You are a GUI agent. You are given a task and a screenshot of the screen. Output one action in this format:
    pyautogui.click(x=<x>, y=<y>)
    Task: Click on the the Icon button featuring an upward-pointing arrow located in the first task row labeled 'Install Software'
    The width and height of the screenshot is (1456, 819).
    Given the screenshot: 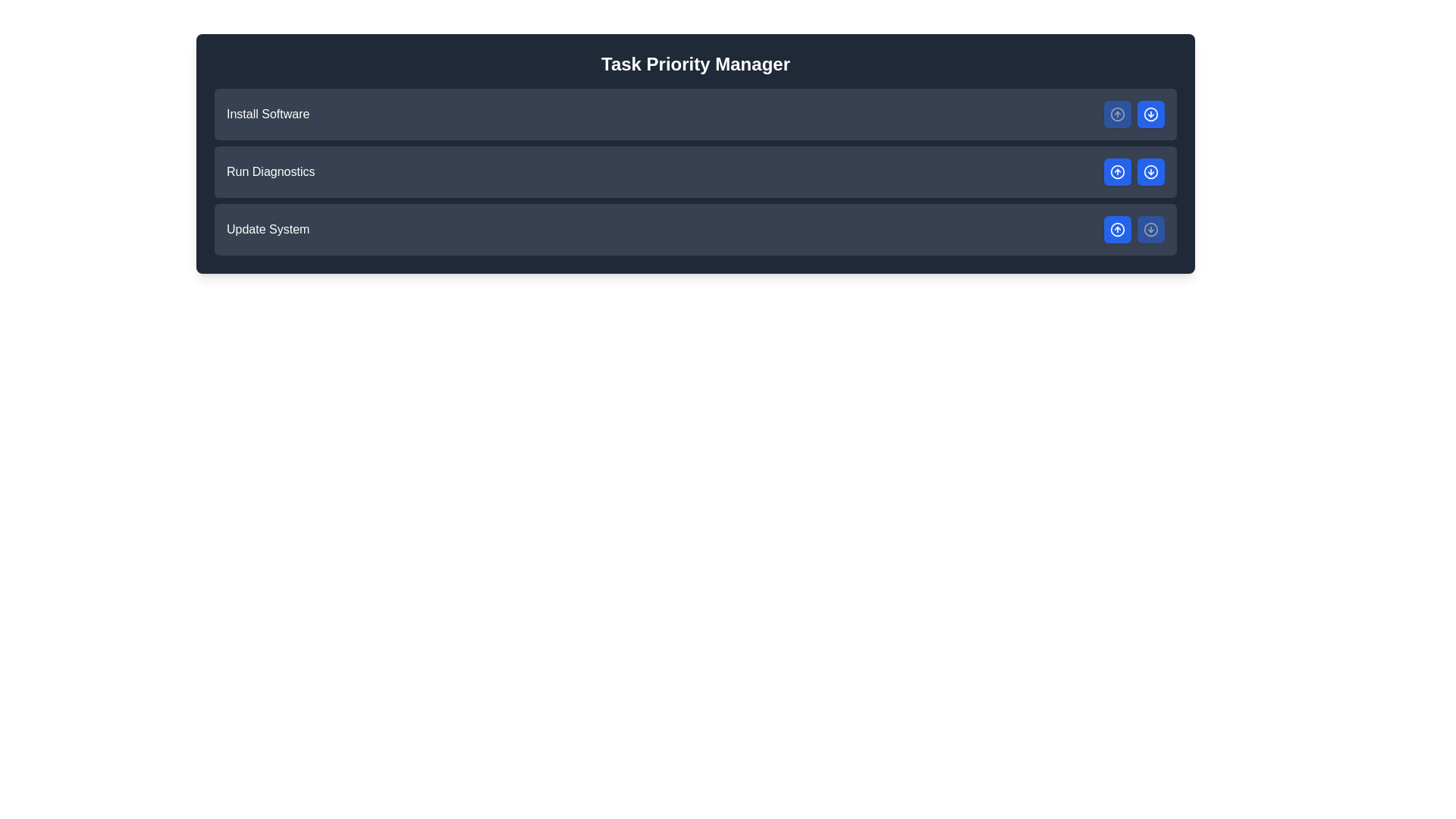 What is the action you would take?
    pyautogui.click(x=1117, y=113)
    